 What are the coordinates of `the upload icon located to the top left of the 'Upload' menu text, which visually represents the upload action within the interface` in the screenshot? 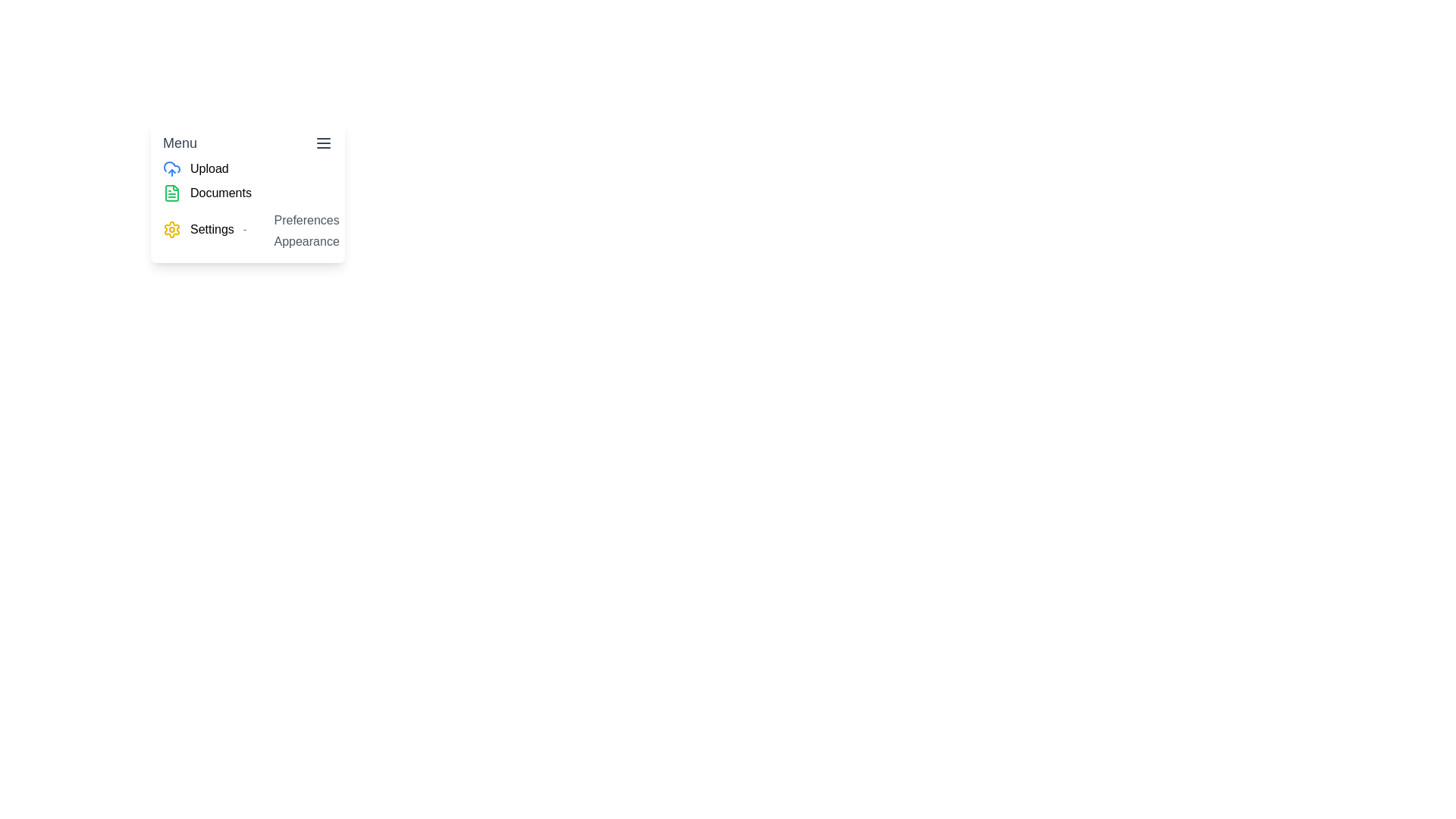 It's located at (171, 166).